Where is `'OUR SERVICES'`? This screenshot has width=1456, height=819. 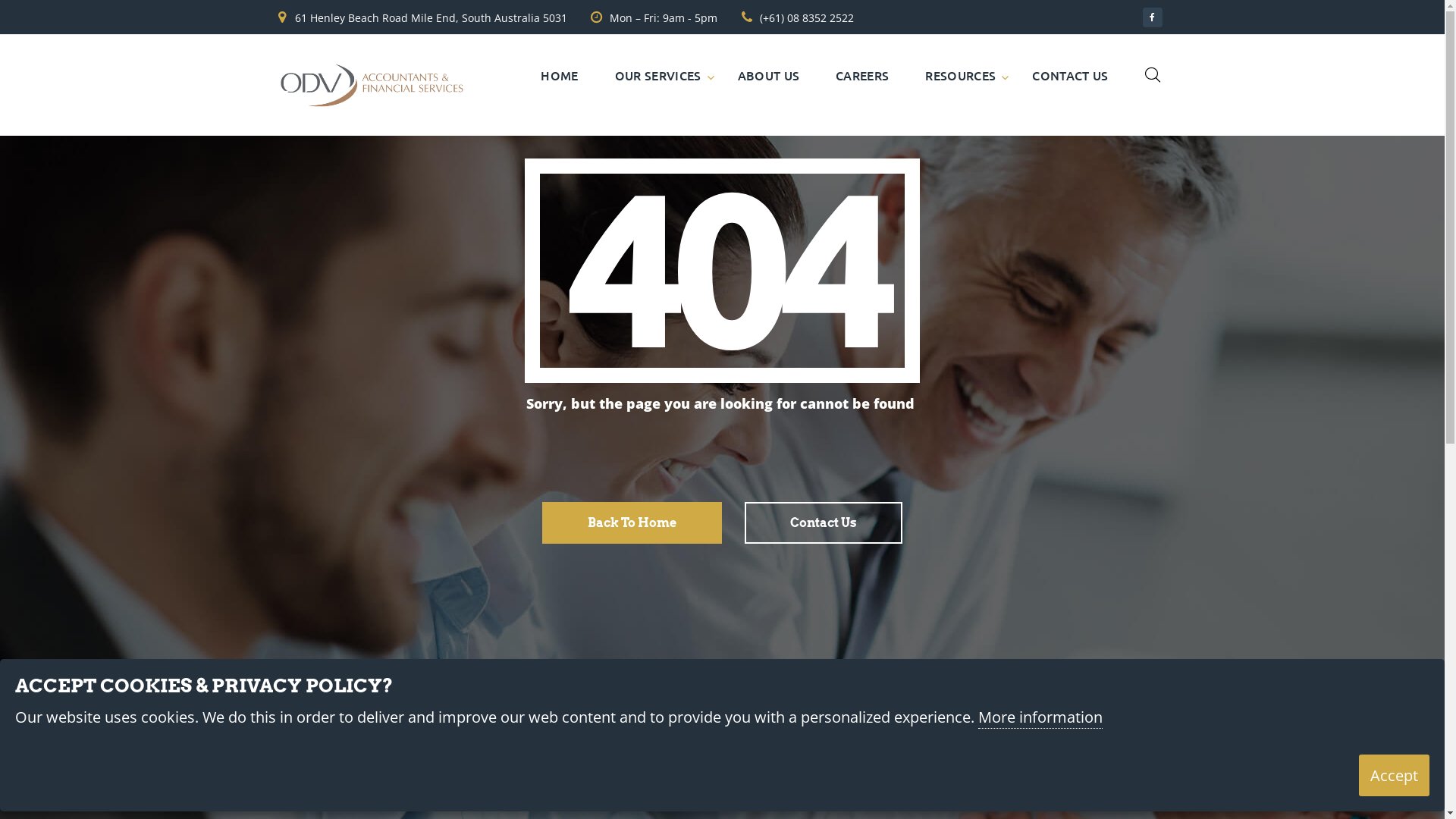 'OUR SERVICES' is located at coordinates (658, 75).